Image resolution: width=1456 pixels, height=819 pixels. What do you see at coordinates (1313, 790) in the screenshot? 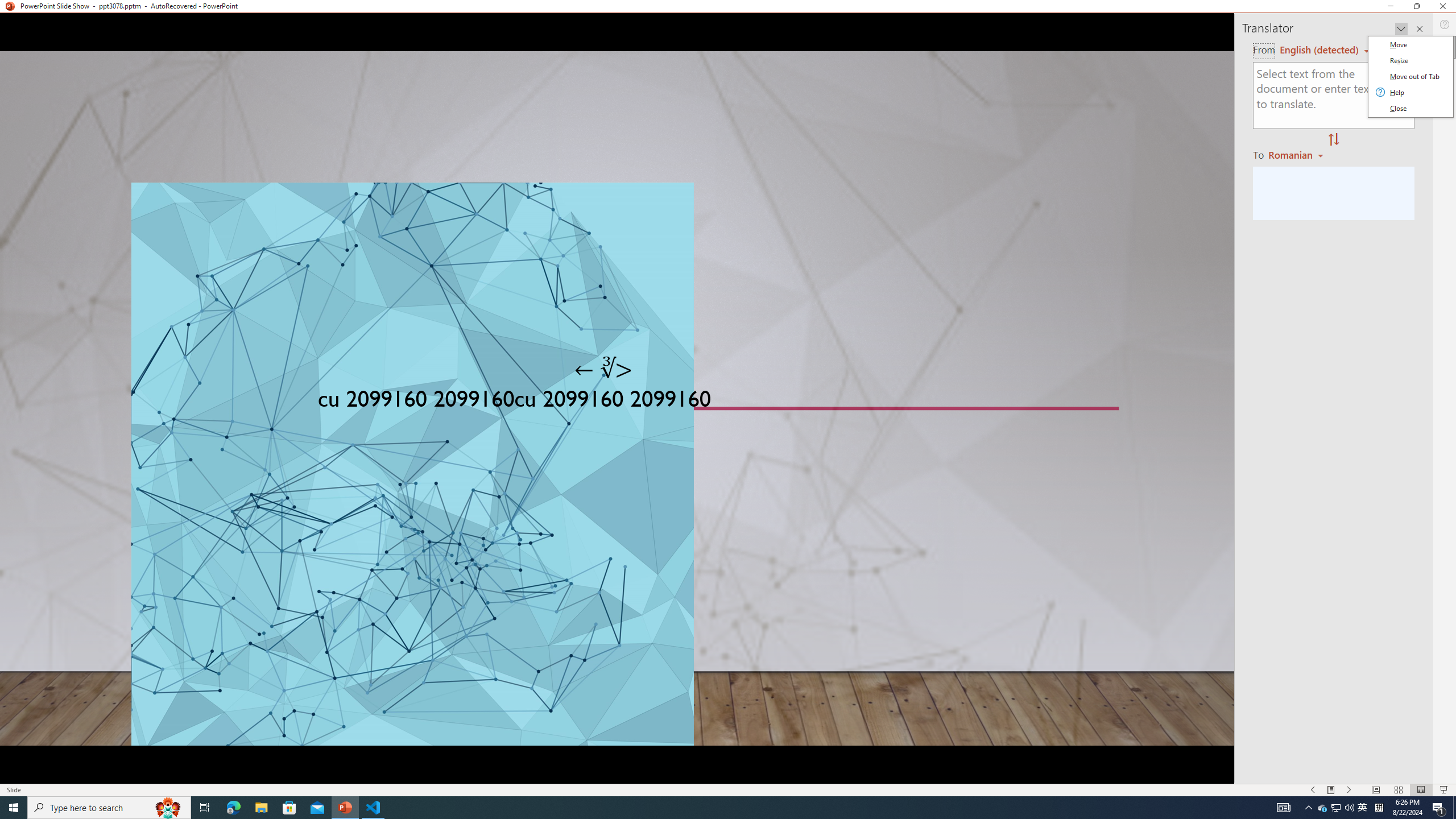
I see `'Menu On'` at bounding box center [1313, 790].